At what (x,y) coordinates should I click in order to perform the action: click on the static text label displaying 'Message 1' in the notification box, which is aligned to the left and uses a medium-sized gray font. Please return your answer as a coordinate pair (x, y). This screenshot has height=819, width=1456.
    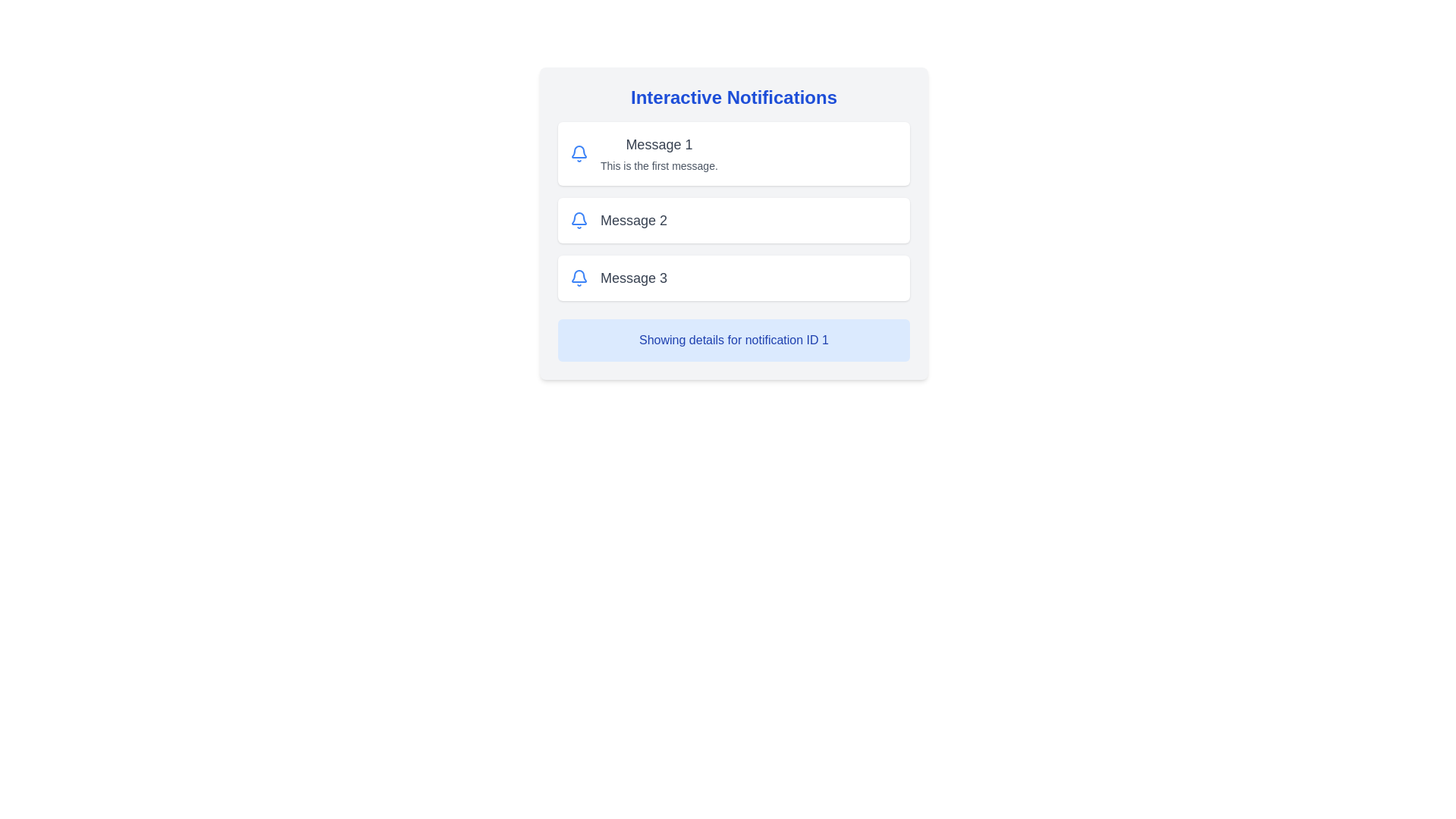
    Looking at the image, I should click on (659, 145).